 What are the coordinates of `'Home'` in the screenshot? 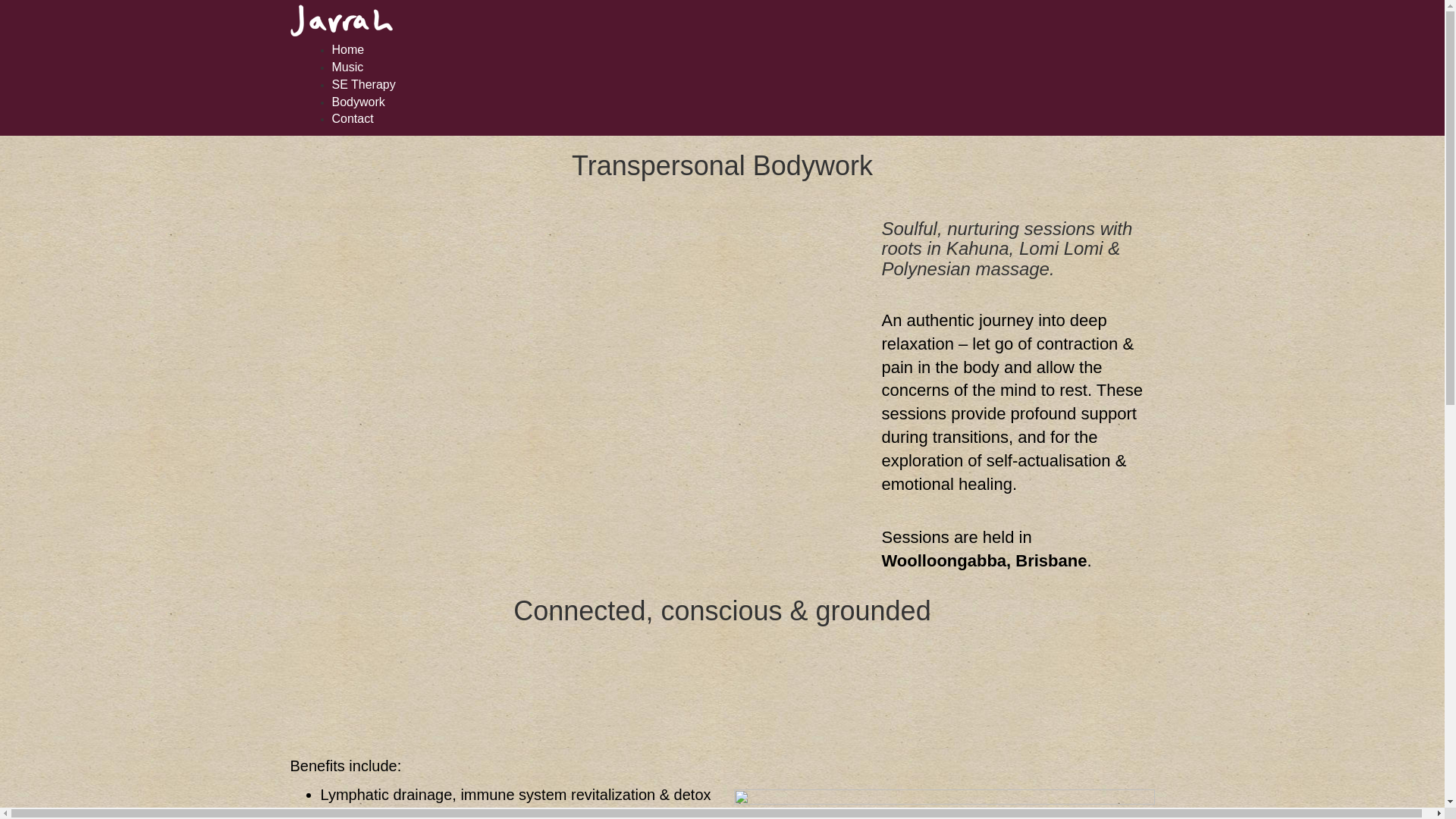 It's located at (347, 49).